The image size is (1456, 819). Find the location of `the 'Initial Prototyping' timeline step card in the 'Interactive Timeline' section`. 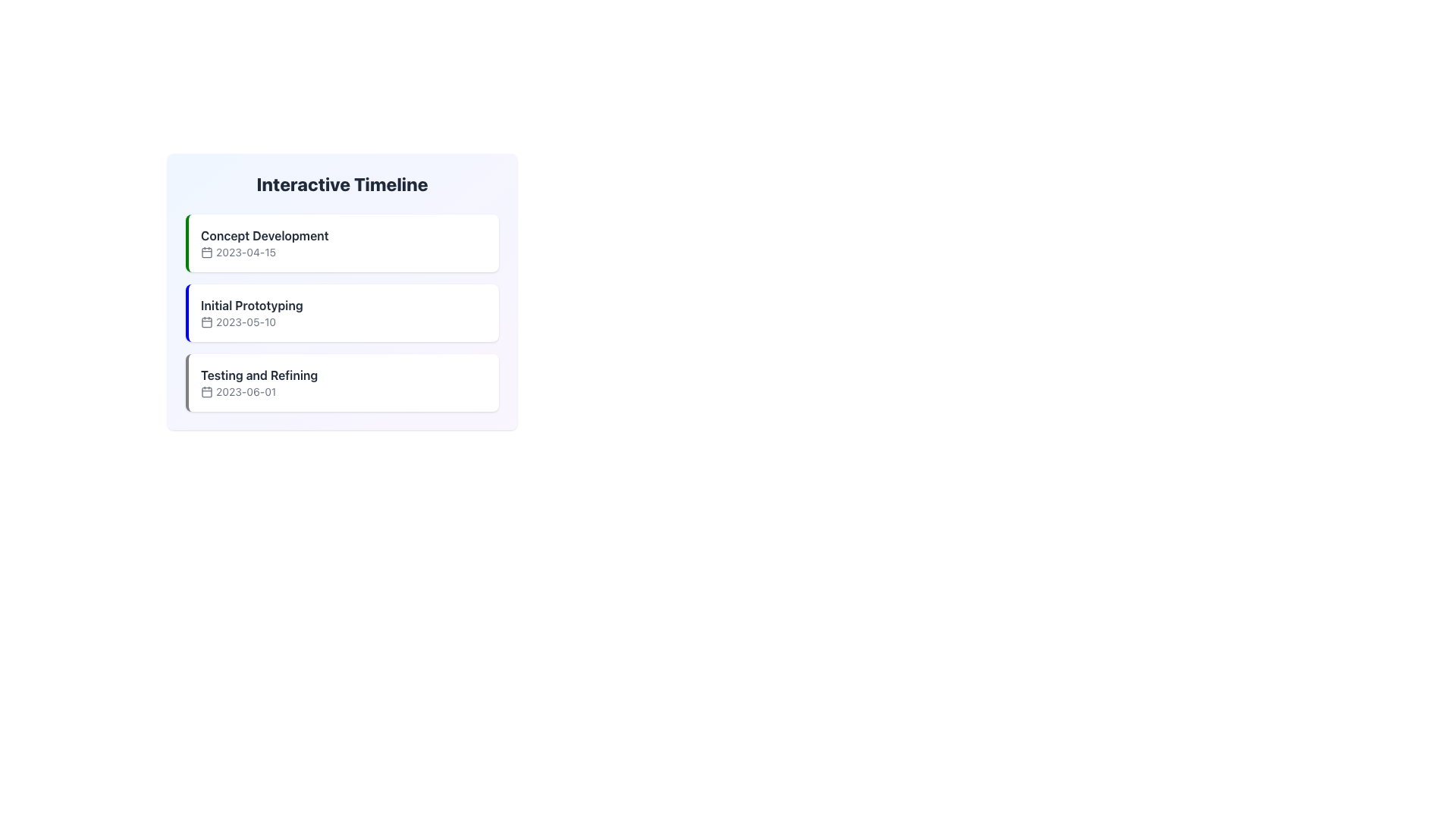

the 'Initial Prototyping' timeline step card in the 'Interactive Timeline' section is located at coordinates (341, 312).